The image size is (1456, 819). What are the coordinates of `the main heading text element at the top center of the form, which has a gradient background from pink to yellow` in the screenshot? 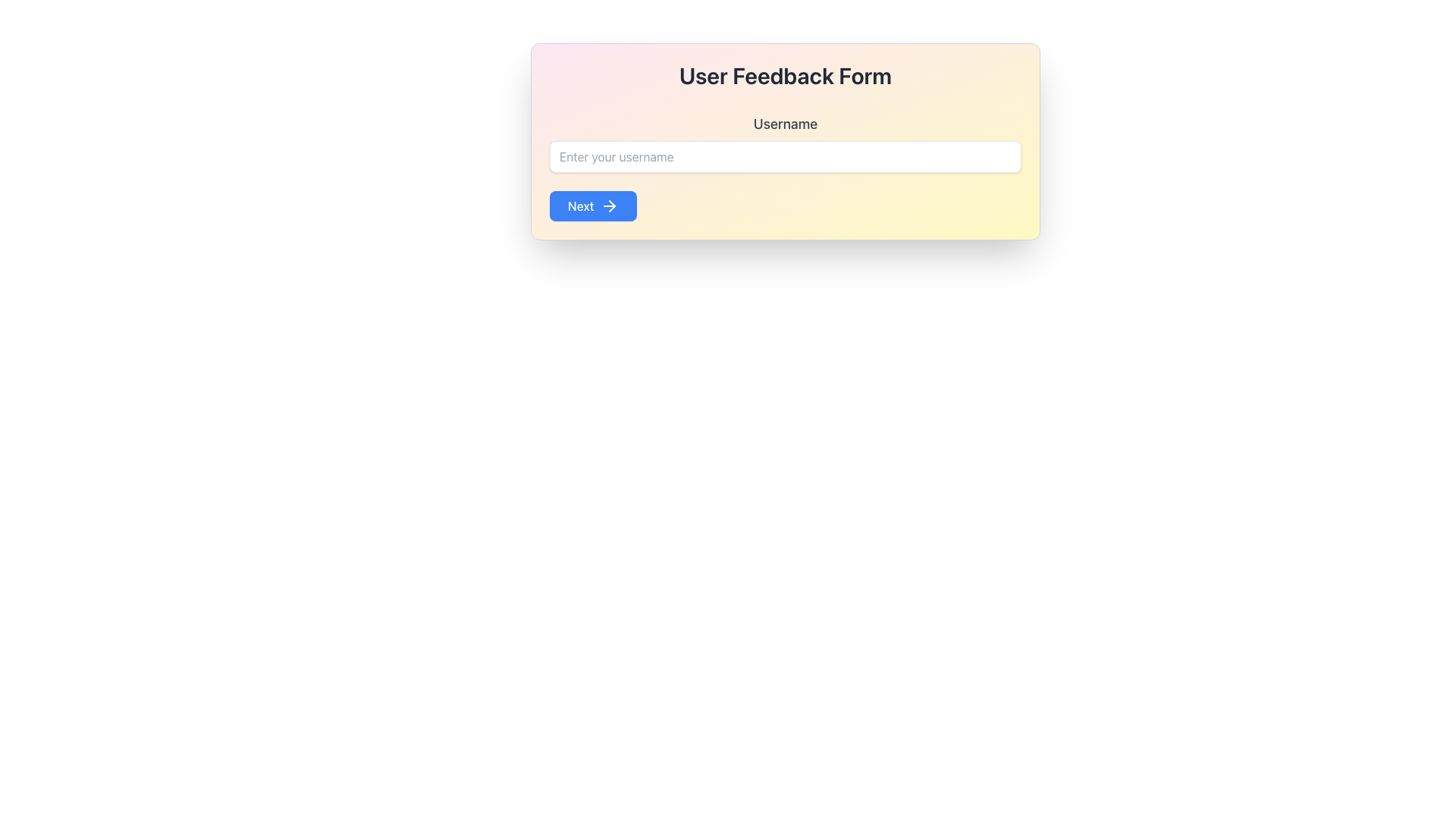 It's located at (786, 76).